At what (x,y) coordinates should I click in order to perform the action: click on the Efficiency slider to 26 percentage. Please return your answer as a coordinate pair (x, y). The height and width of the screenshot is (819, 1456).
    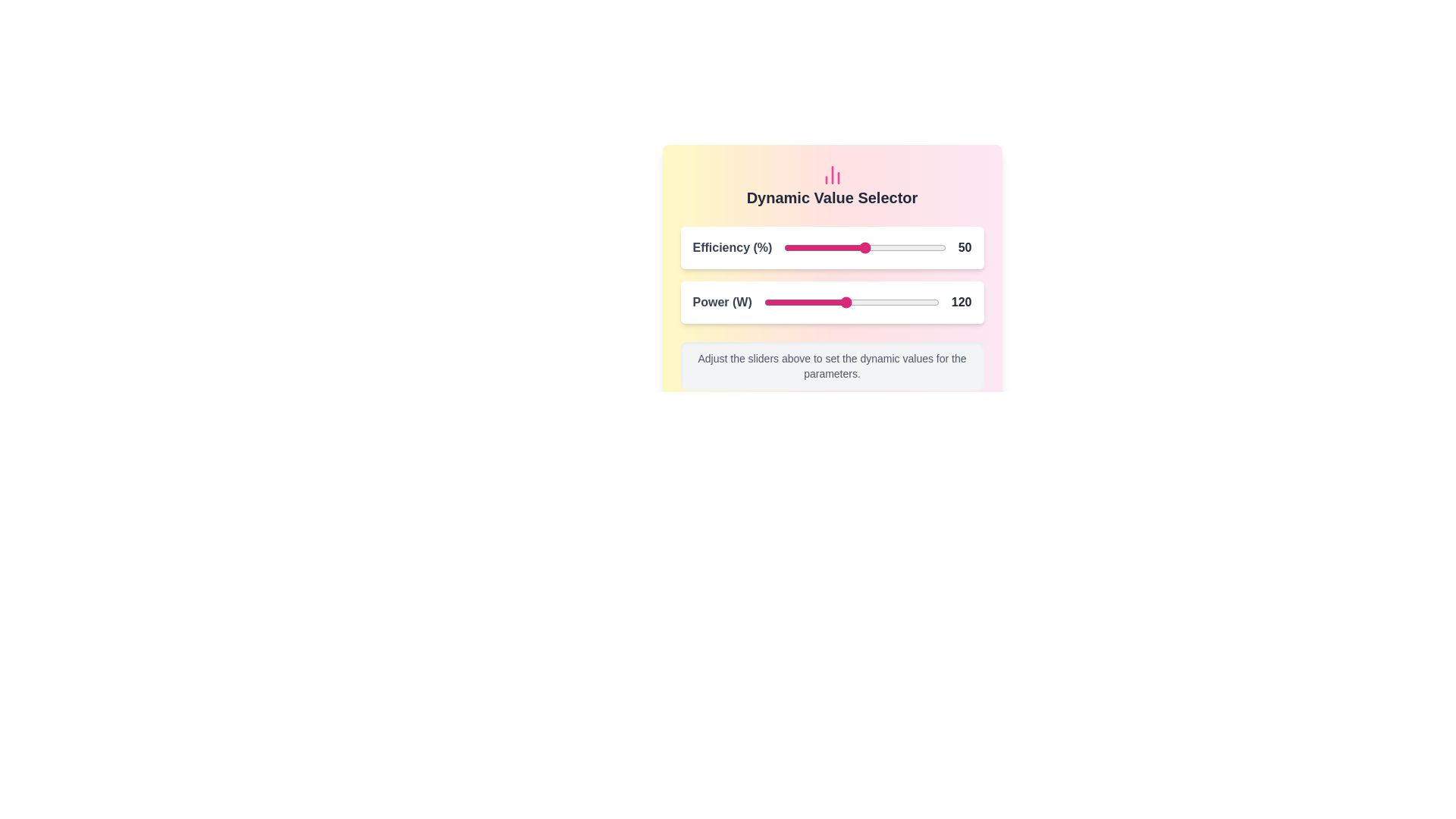
    Looking at the image, I should click on (825, 247).